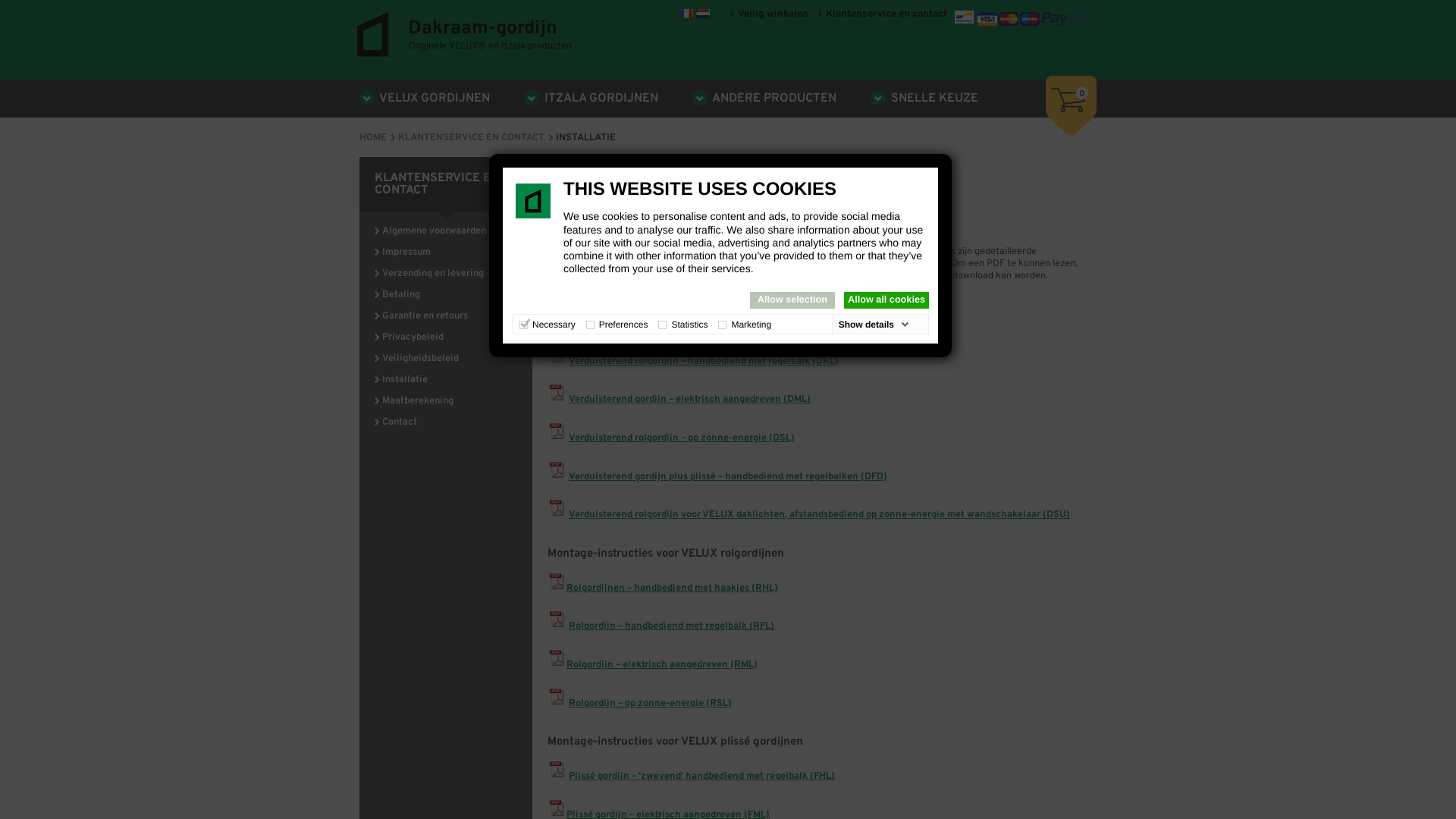 This screenshot has width=1456, height=819. I want to click on 'Show details', so click(874, 324).